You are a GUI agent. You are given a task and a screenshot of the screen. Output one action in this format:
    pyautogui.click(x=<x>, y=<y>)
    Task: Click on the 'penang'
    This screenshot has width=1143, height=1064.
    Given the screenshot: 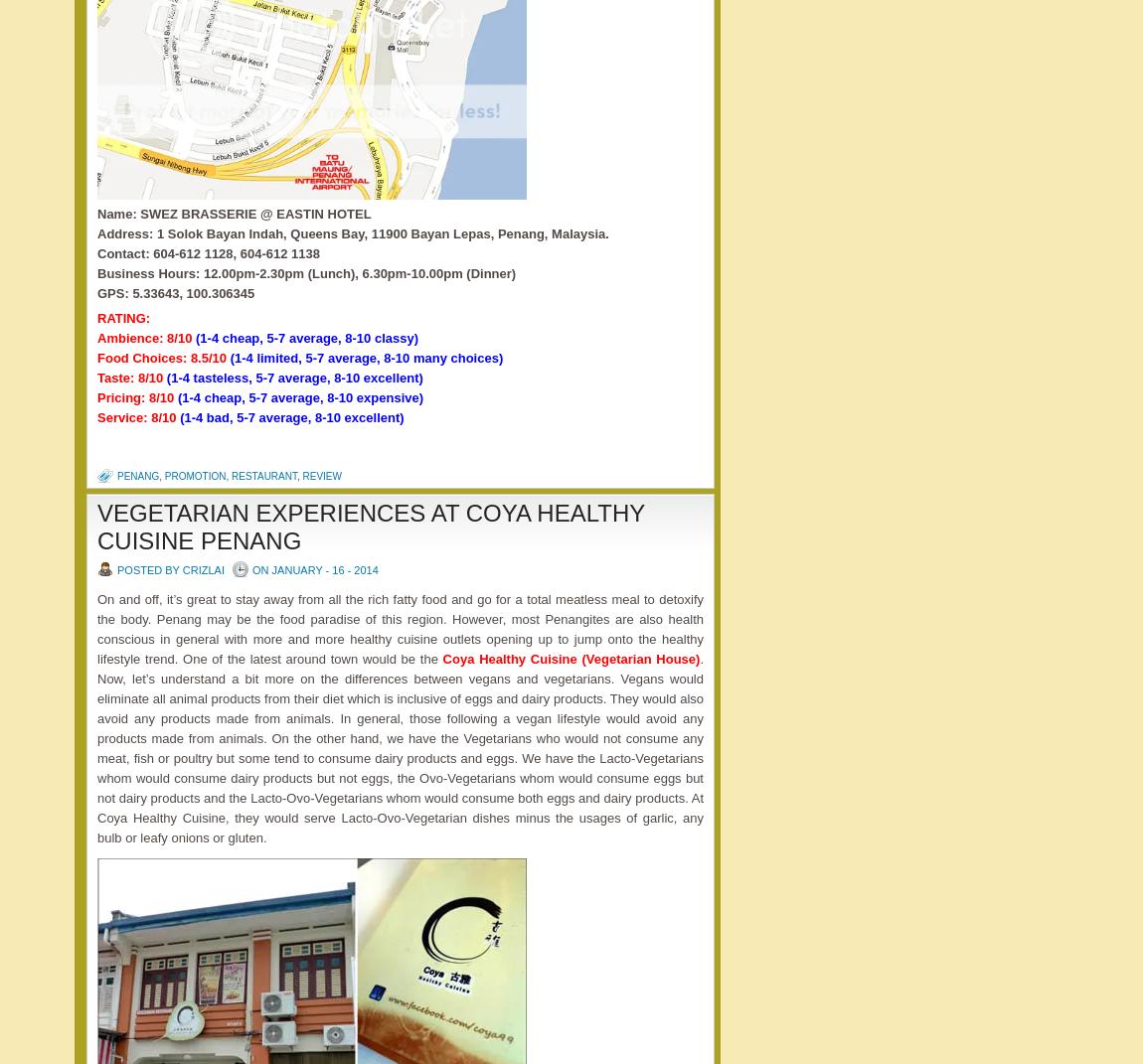 What is the action you would take?
    pyautogui.click(x=137, y=475)
    